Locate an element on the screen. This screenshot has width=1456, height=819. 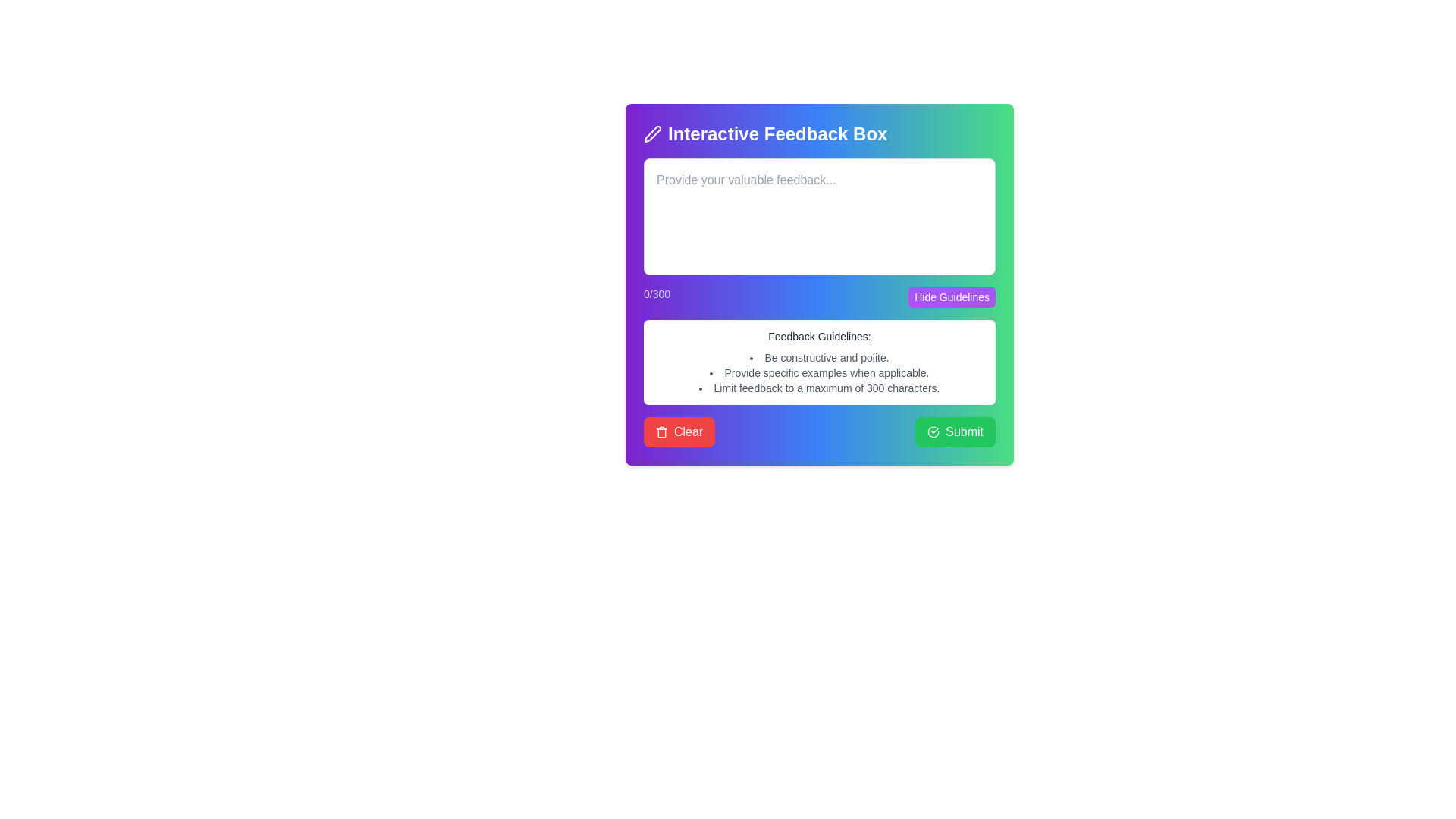
the text label that reads 'Limit feedback to a maximum of 300 characters.', which is the third bullet point in the 'Feedback Guidelines:' section is located at coordinates (818, 388).